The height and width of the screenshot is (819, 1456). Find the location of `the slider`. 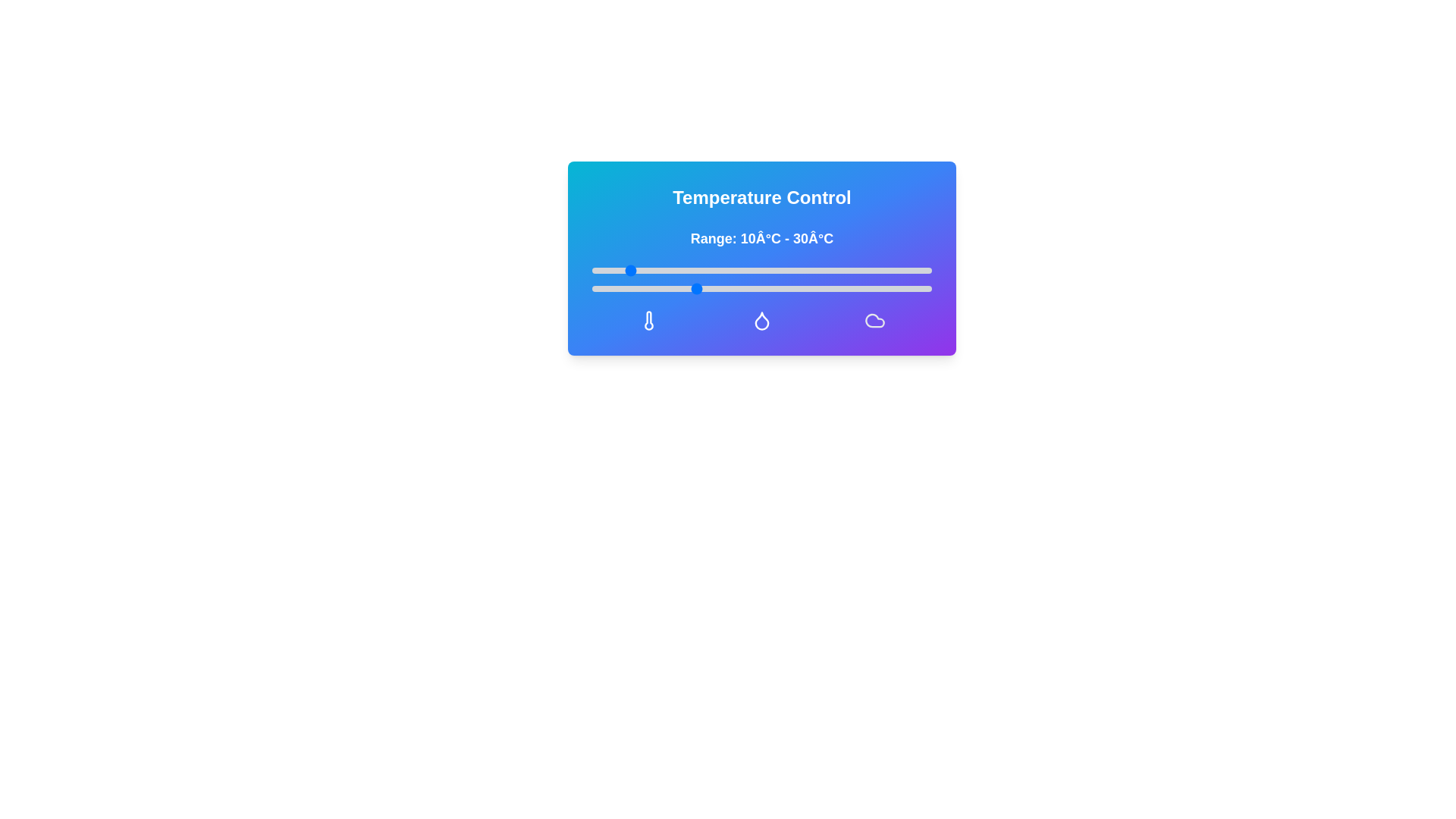

the slider is located at coordinates (667, 289).